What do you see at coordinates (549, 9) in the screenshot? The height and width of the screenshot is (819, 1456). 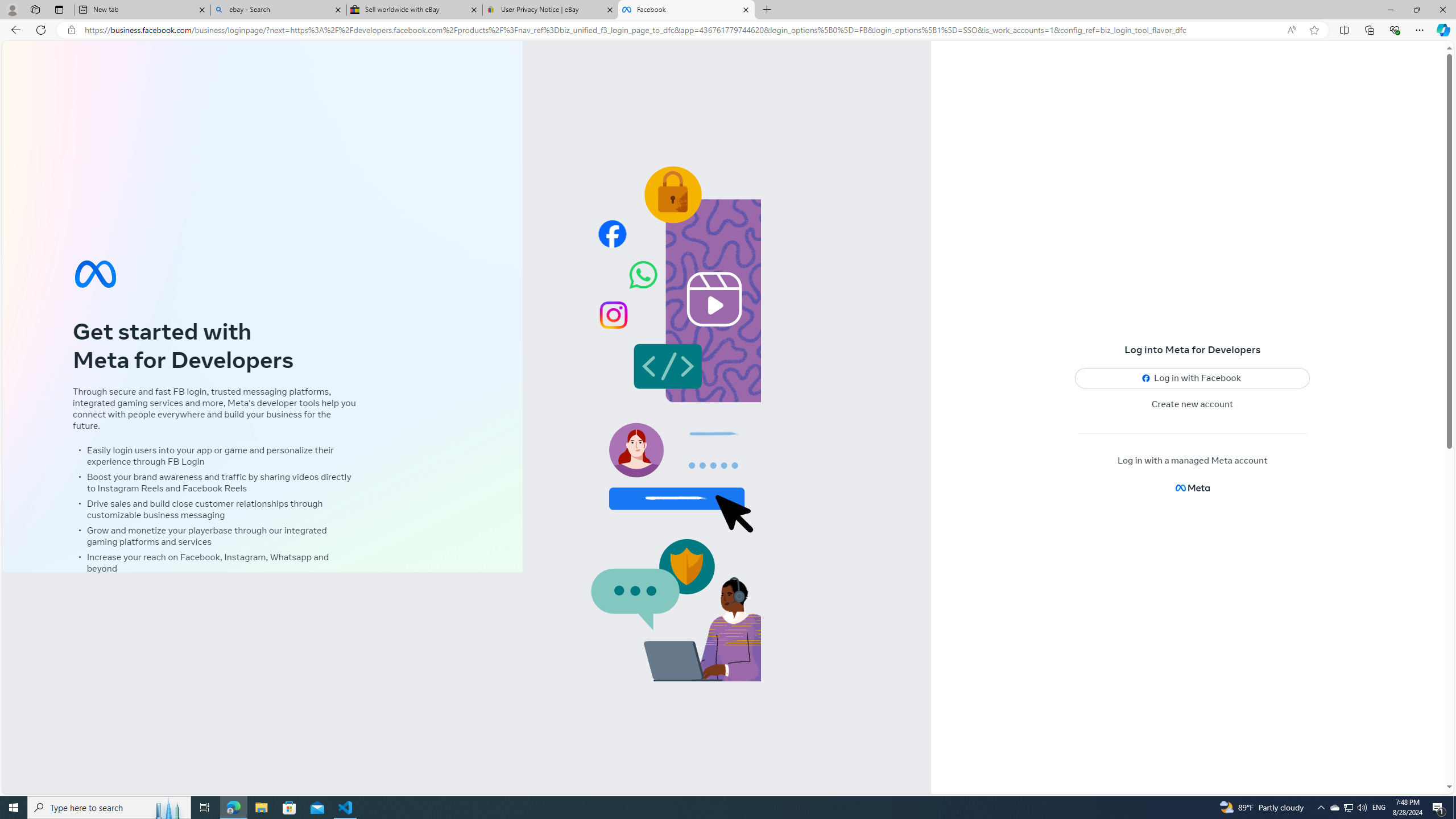 I see `'User Privacy Notice | eBay'` at bounding box center [549, 9].